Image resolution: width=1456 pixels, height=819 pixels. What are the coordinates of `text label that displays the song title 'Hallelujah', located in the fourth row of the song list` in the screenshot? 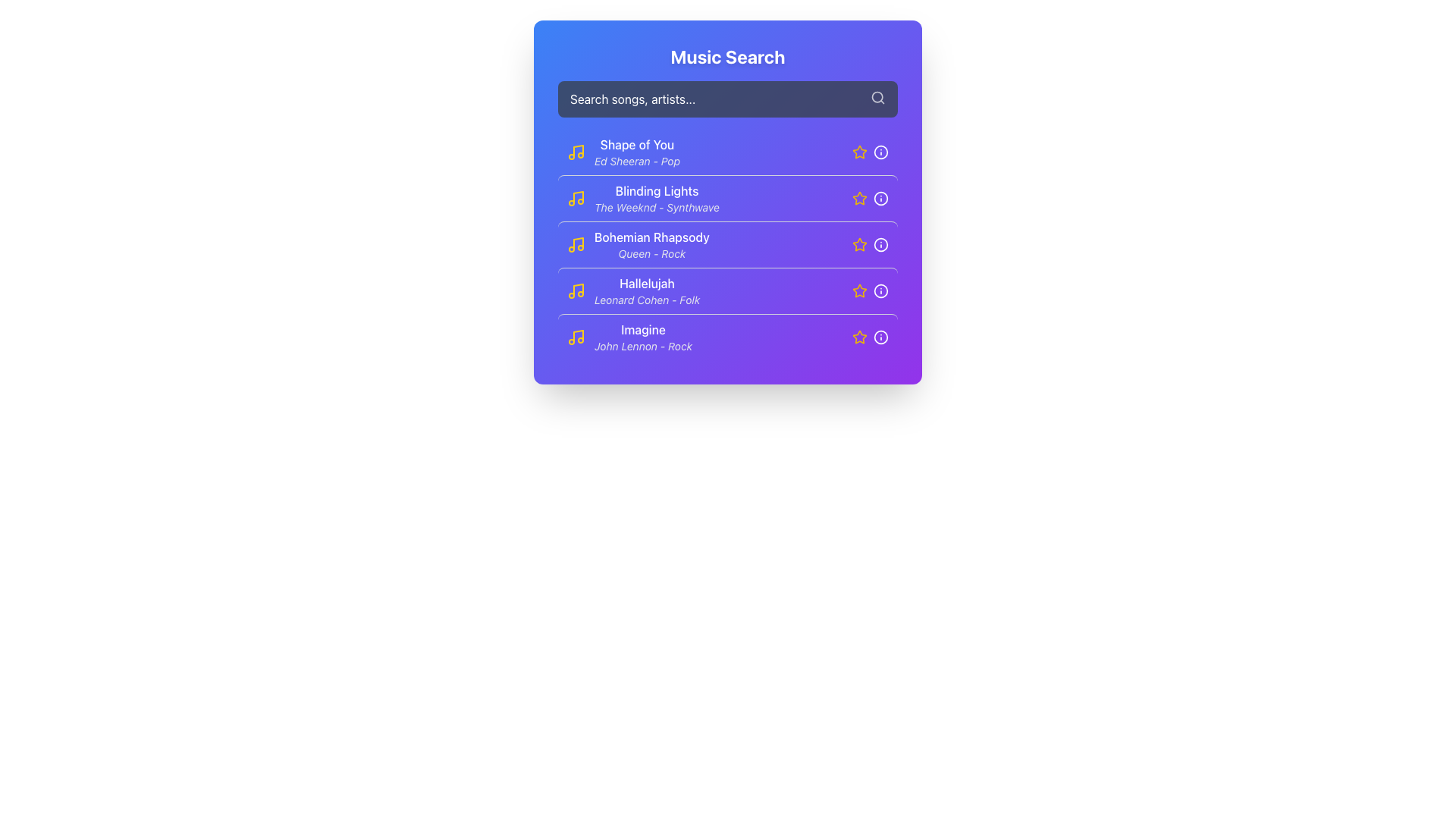 It's located at (647, 284).